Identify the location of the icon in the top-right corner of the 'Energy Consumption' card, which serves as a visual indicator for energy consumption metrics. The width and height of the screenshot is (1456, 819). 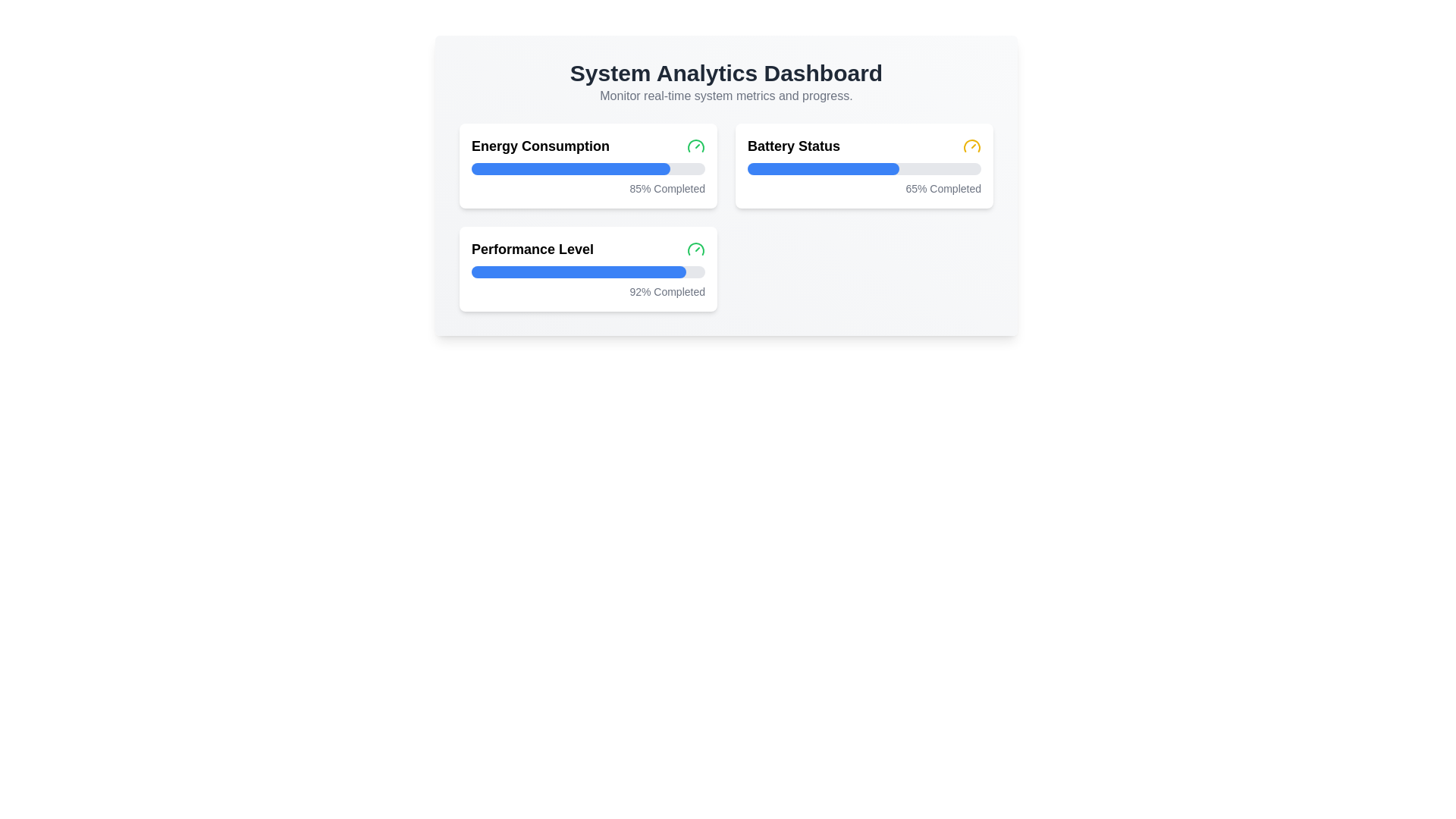
(695, 146).